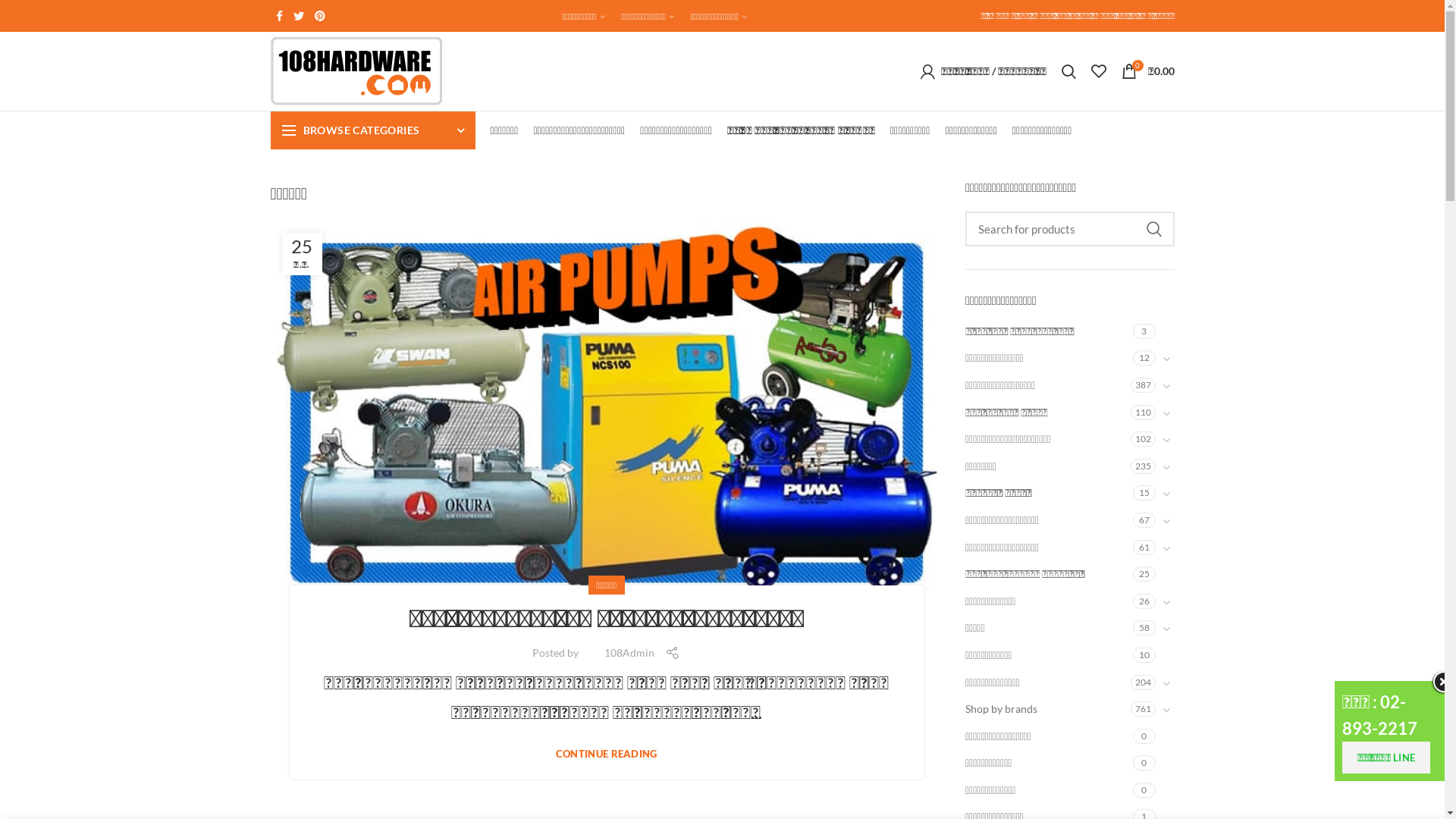 The image size is (1456, 819). I want to click on 'Shop by brands', so click(1047, 708).